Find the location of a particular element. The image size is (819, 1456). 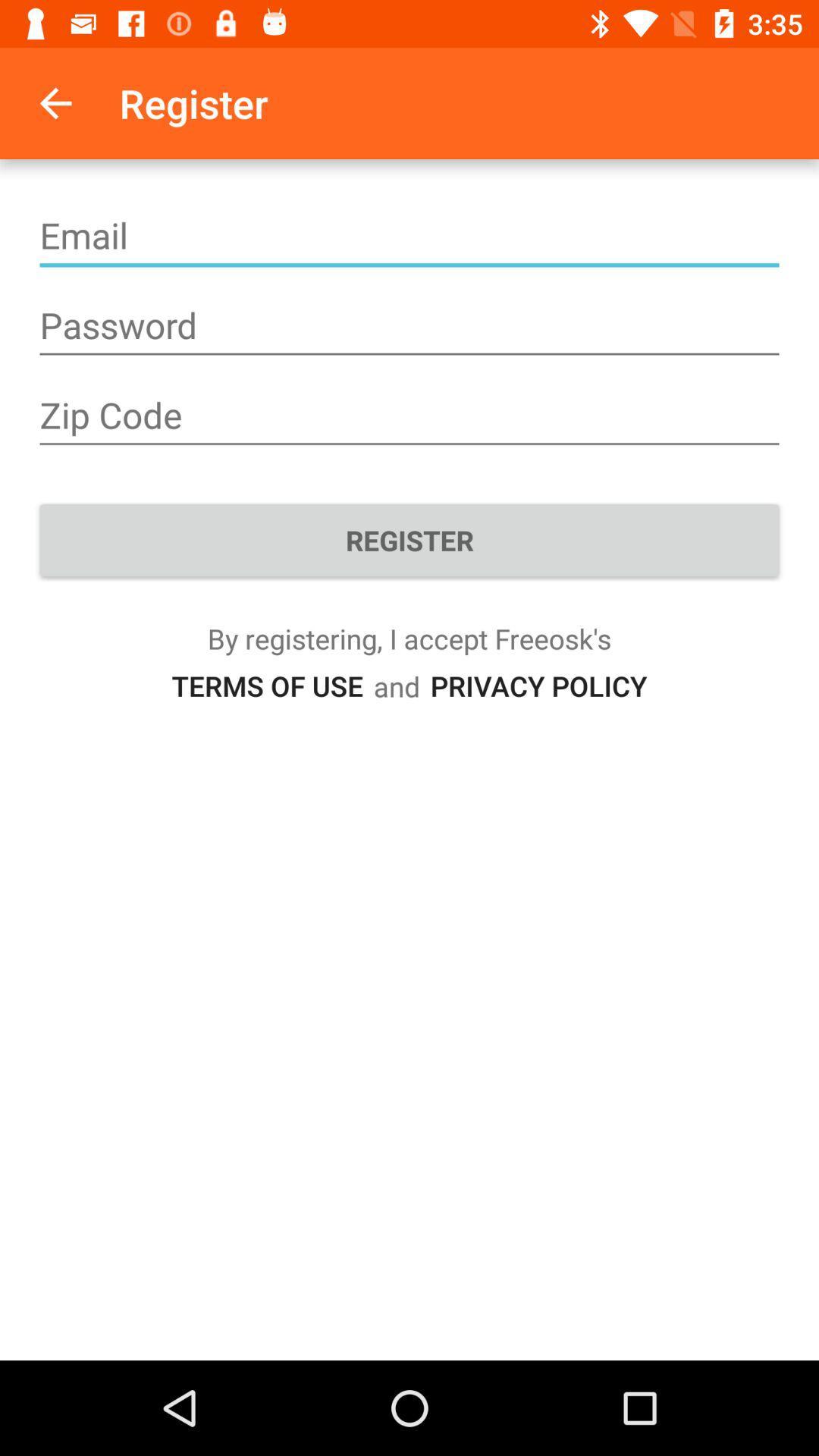

the item below register icon is located at coordinates (538, 685).